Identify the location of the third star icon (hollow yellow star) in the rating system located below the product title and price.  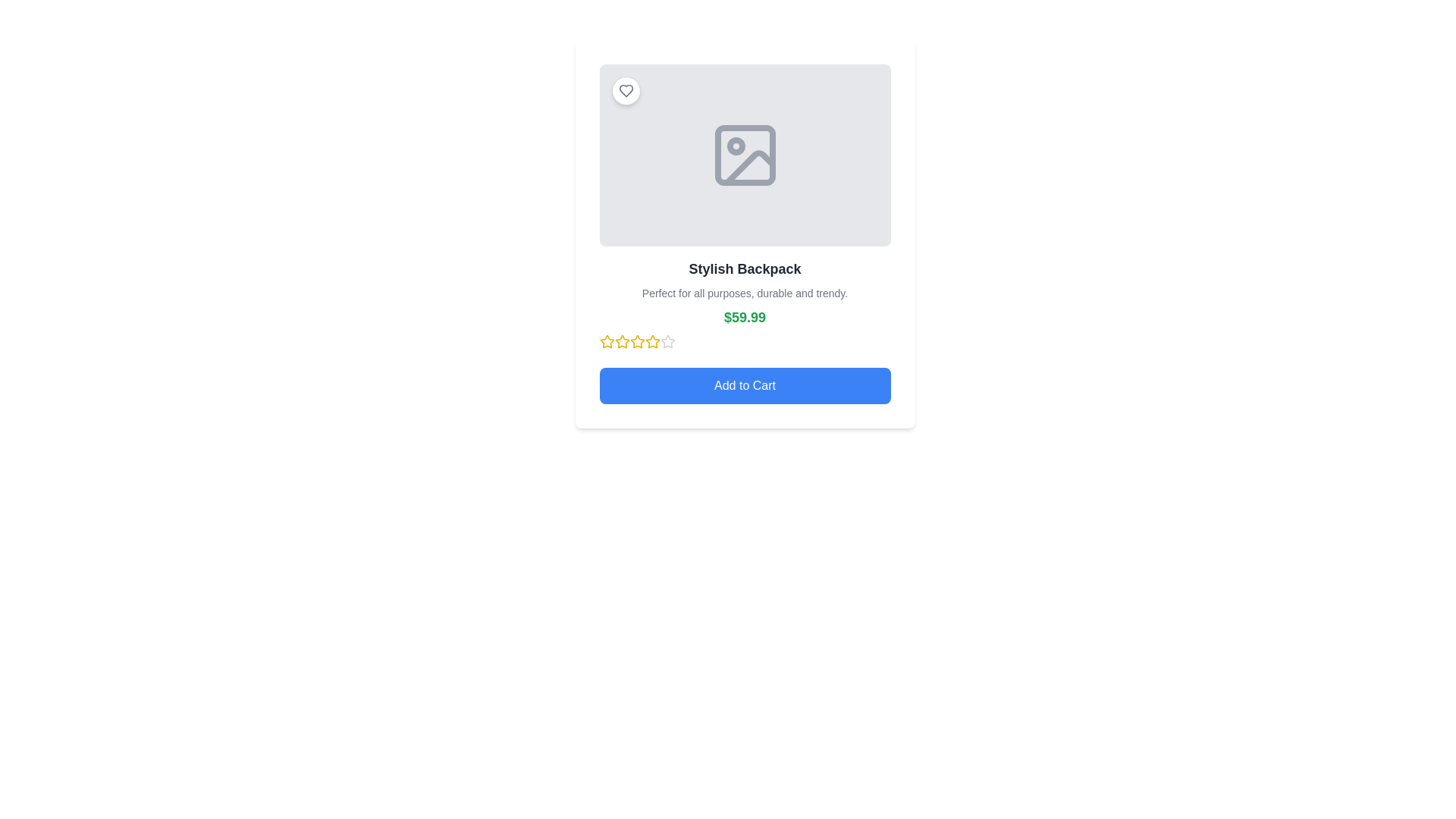
(622, 342).